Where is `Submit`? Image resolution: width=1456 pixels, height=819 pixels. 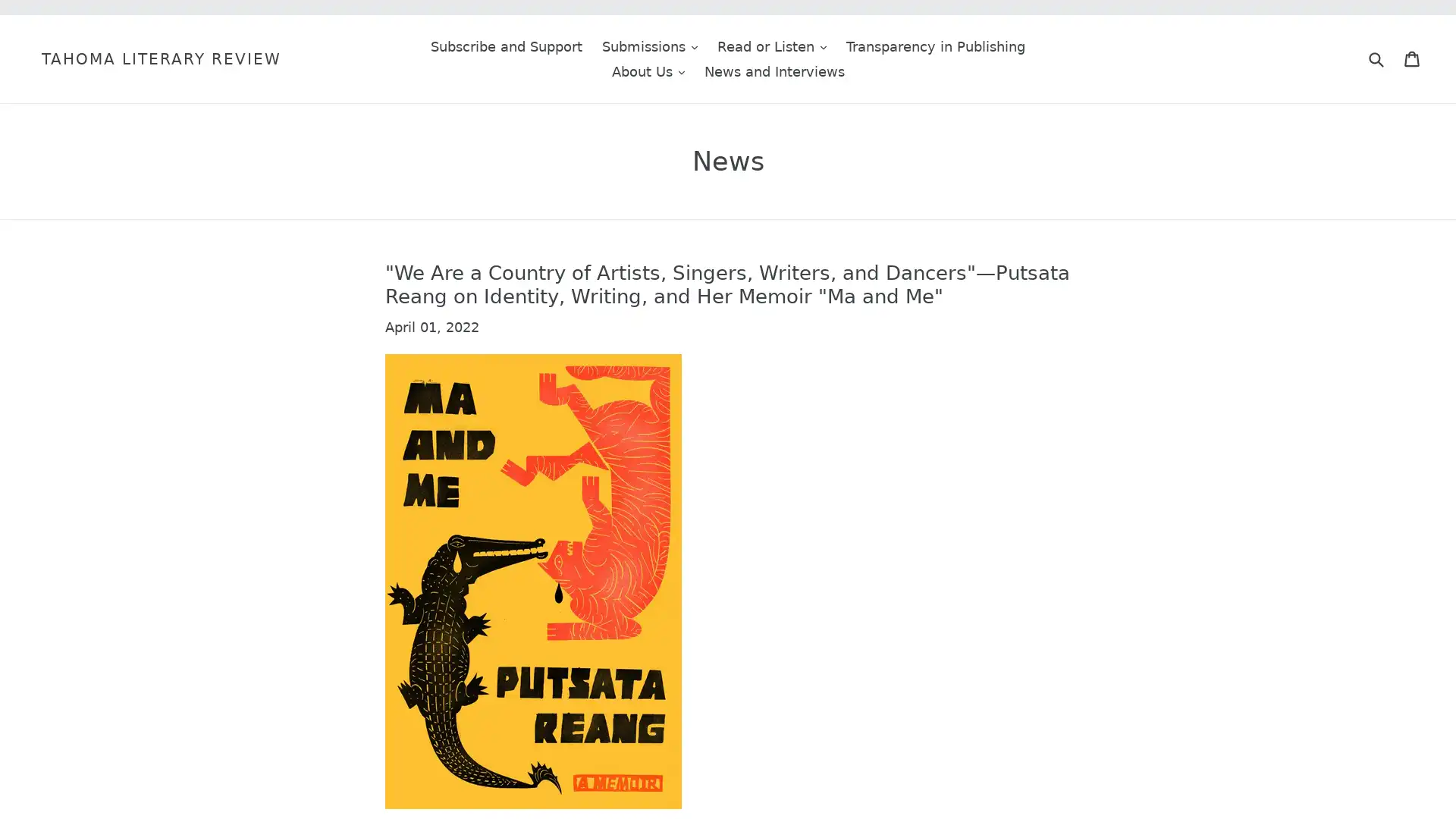 Submit is located at coordinates (1376, 58).